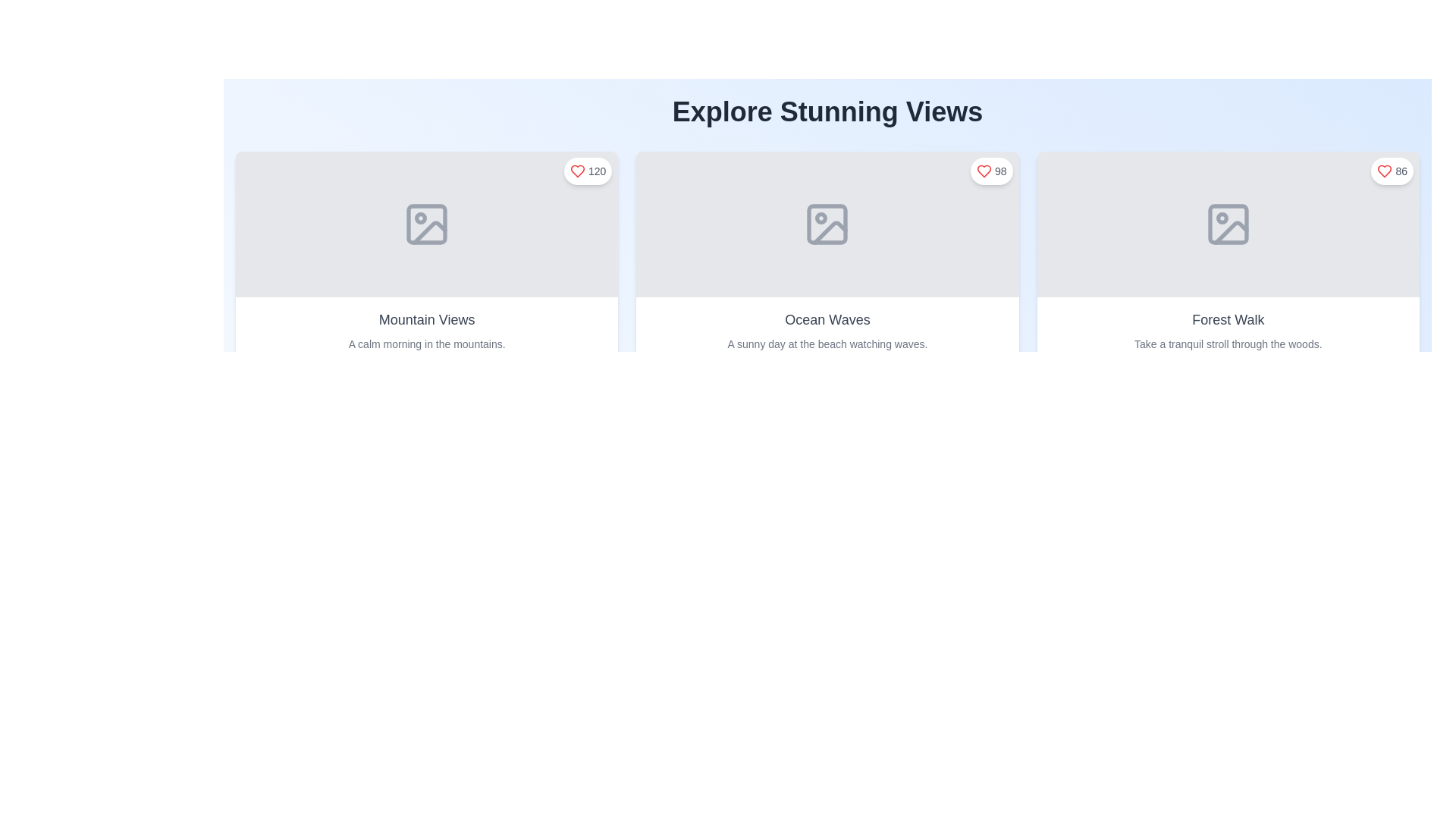 Image resolution: width=1456 pixels, height=819 pixels. Describe the element at coordinates (1228, 329) in the screenshot. I see `text block located at the bottom of the rightmost card in a three-card layout, directly below the placeholder image` at that location.